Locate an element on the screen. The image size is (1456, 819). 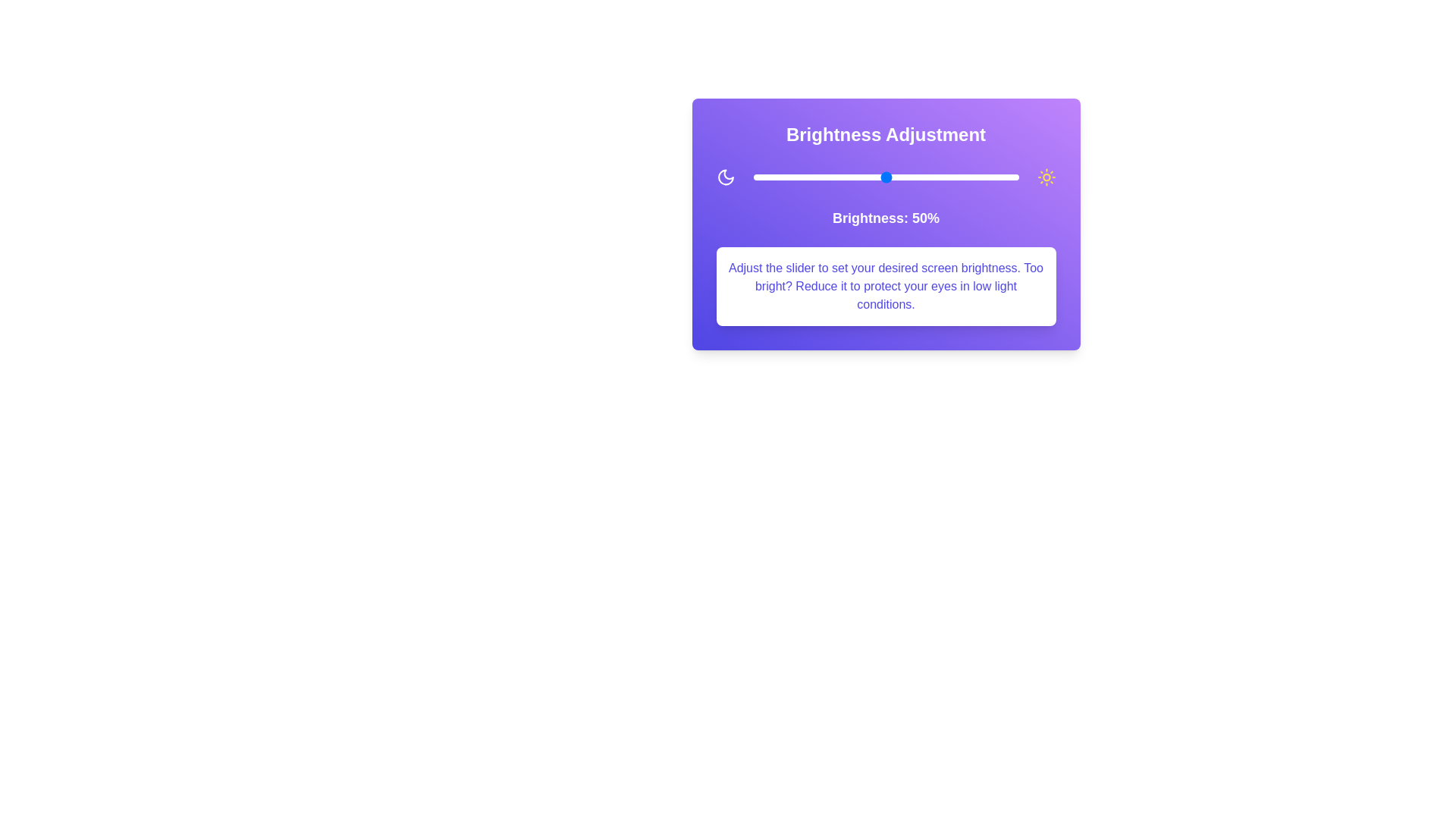
the brightness slider to set it to 92% is located at coordinates (997, 177).